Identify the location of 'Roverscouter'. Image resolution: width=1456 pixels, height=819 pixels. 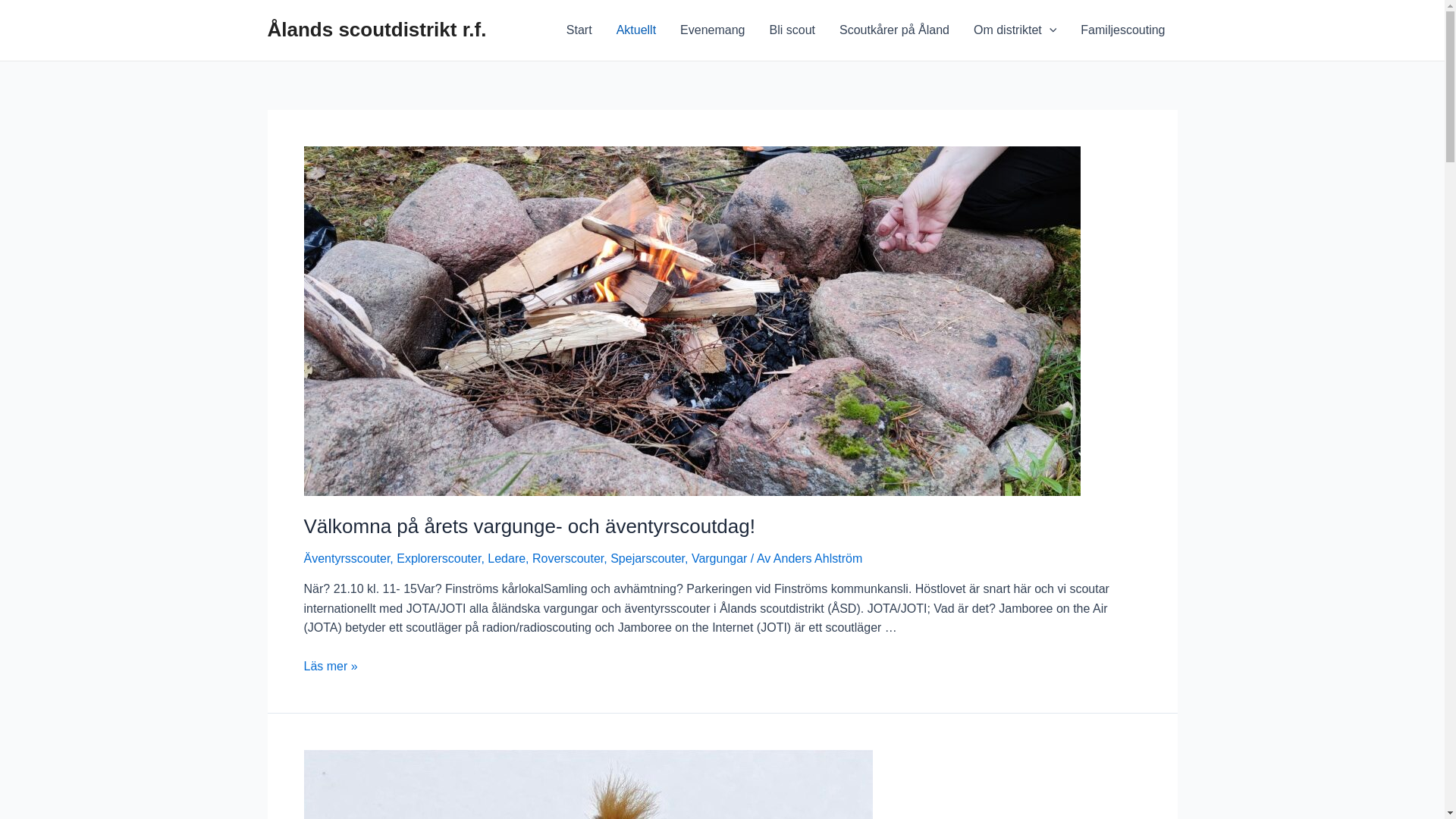
(532, 558).